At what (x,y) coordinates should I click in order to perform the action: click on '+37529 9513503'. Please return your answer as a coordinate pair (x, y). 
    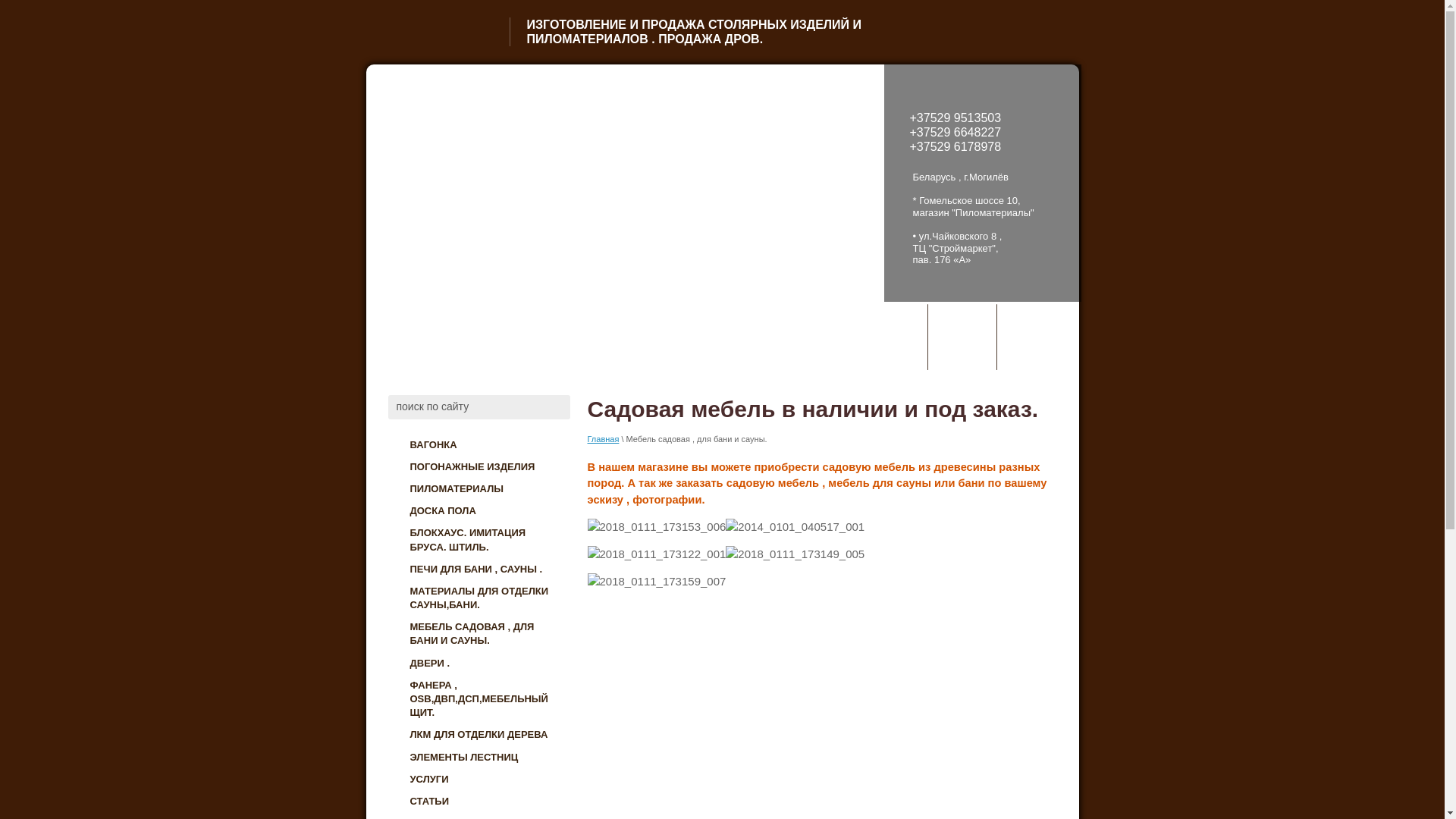
    Looking at the image, I should click on (955, 117).